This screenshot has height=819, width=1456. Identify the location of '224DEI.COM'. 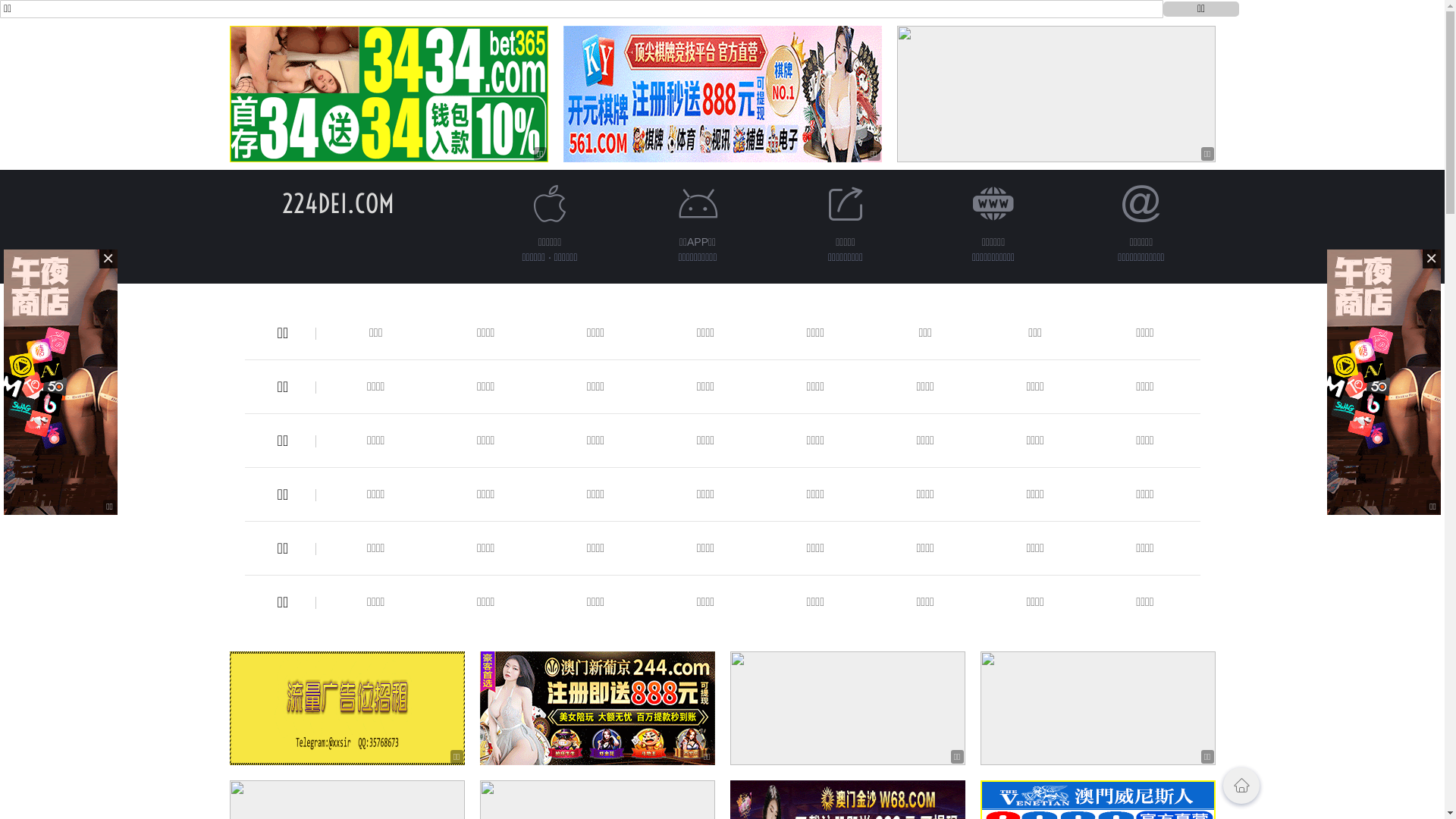
(337, 202).